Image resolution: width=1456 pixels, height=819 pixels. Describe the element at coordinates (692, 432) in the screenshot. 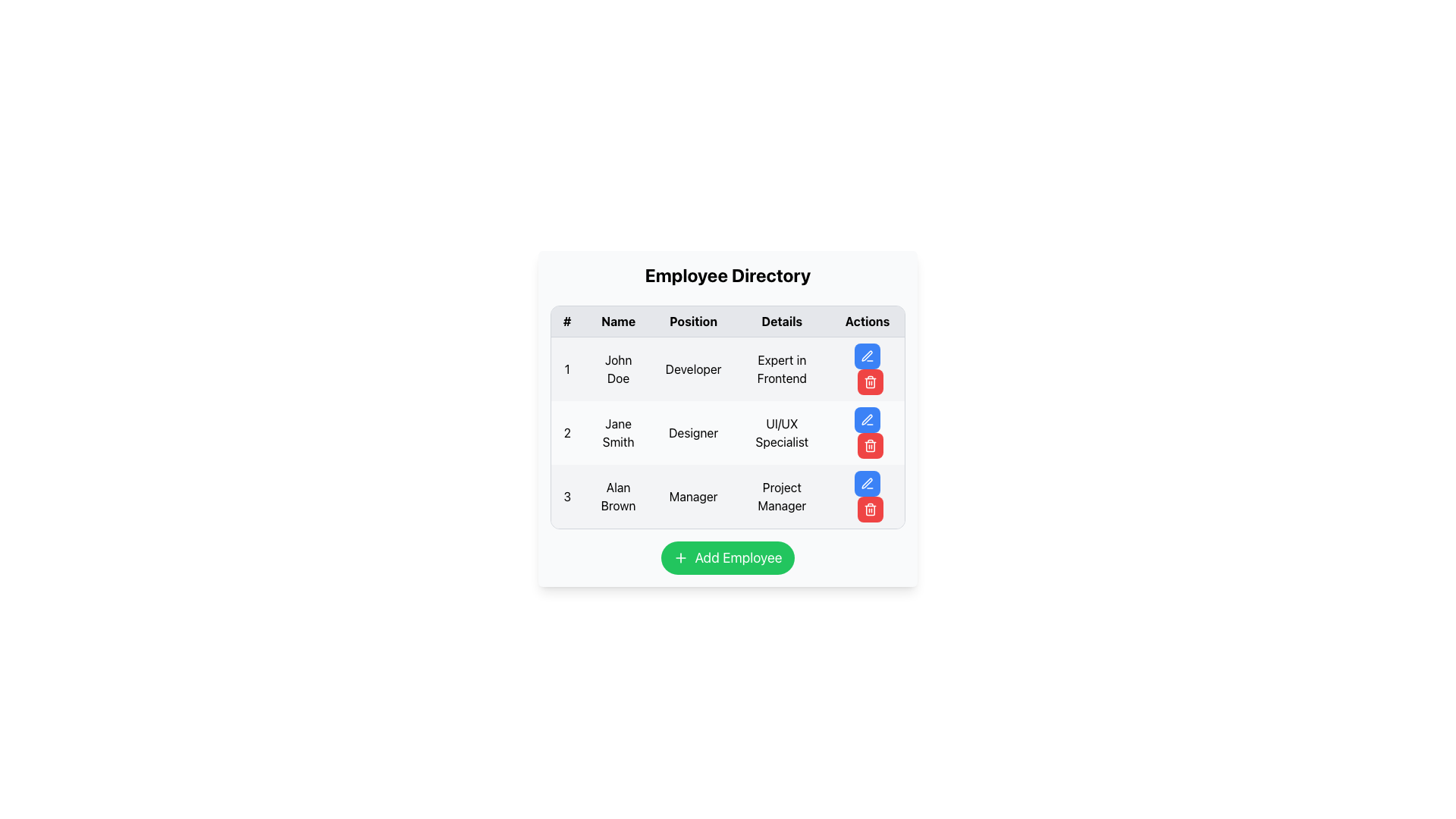

I see `the text value of the 'Designer' text label located in the 'Position' column of the second row of the Employee Directory for 'Jane Smith'` at that location.